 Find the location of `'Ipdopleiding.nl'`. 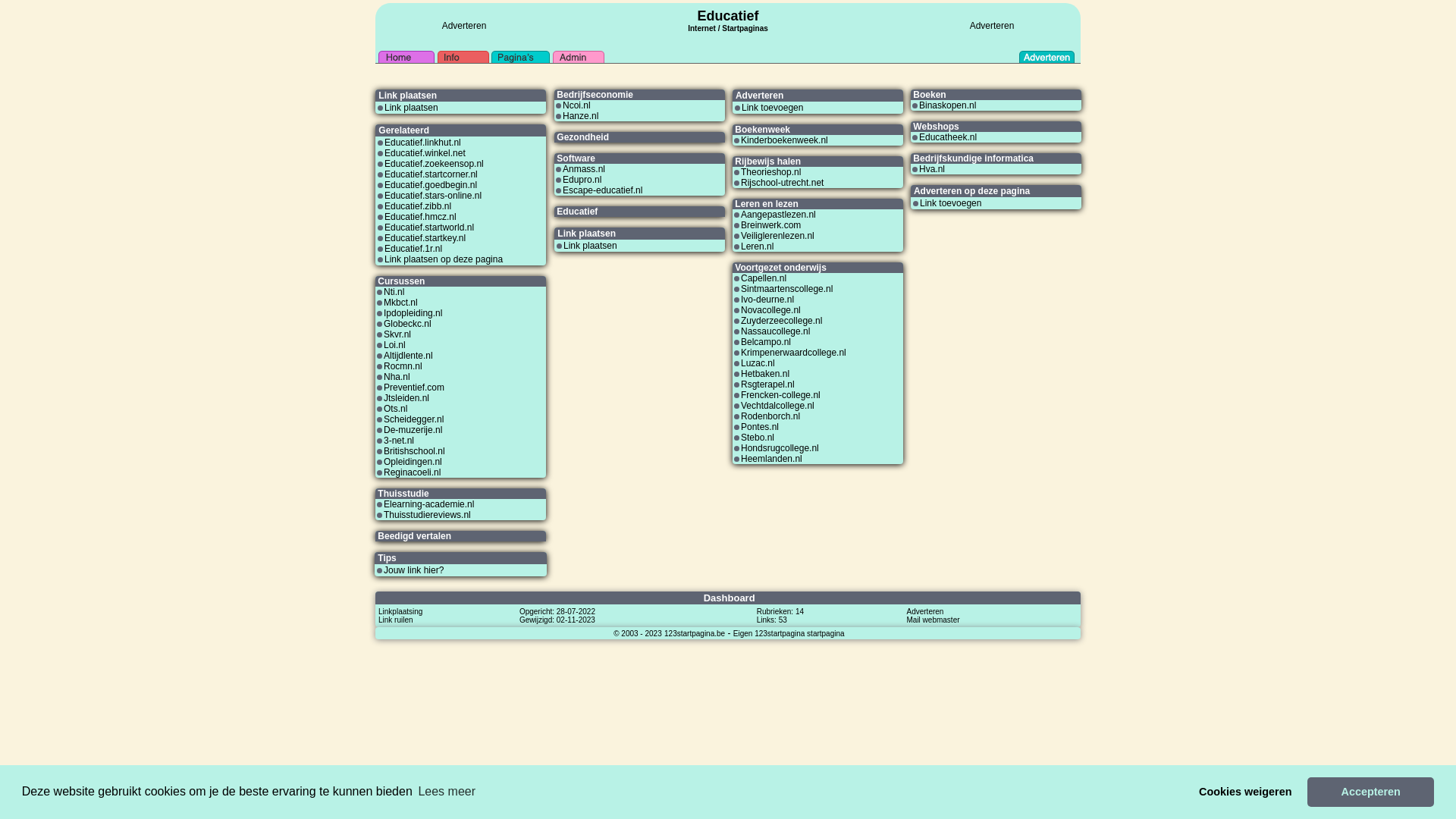

'Ipdopleiding.nl' is located at coordinates (383, 312).